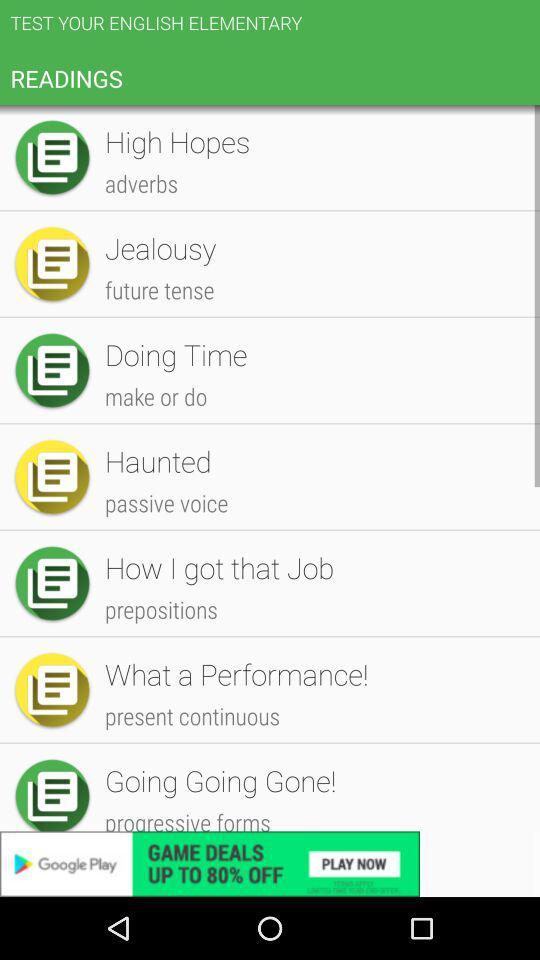 The height and width of the screenshot is (960, 540). I want to click on the multiplayer app, so click(312, 384).